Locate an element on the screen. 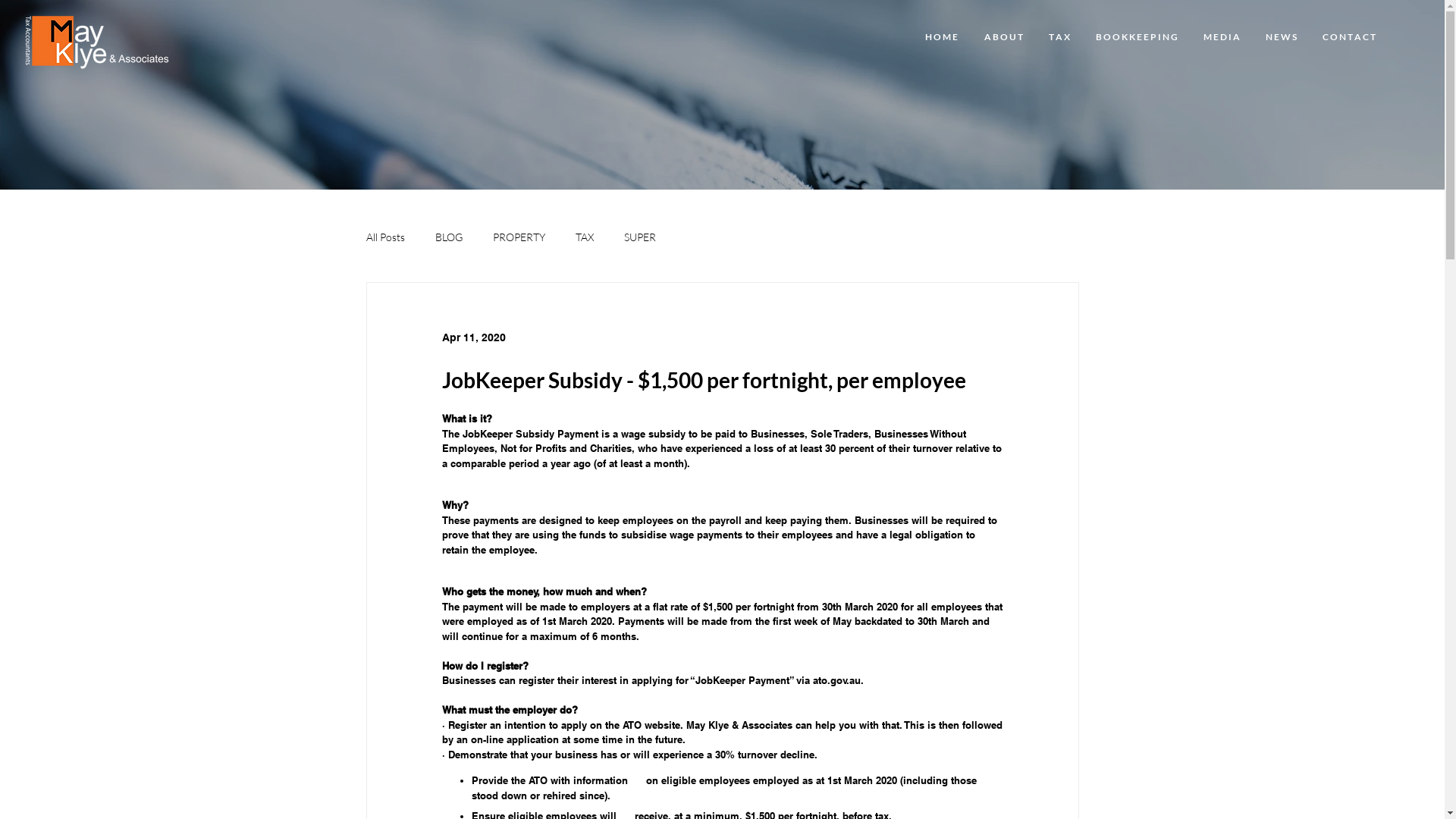  'T A X' is located at coordinates (1058, 36).